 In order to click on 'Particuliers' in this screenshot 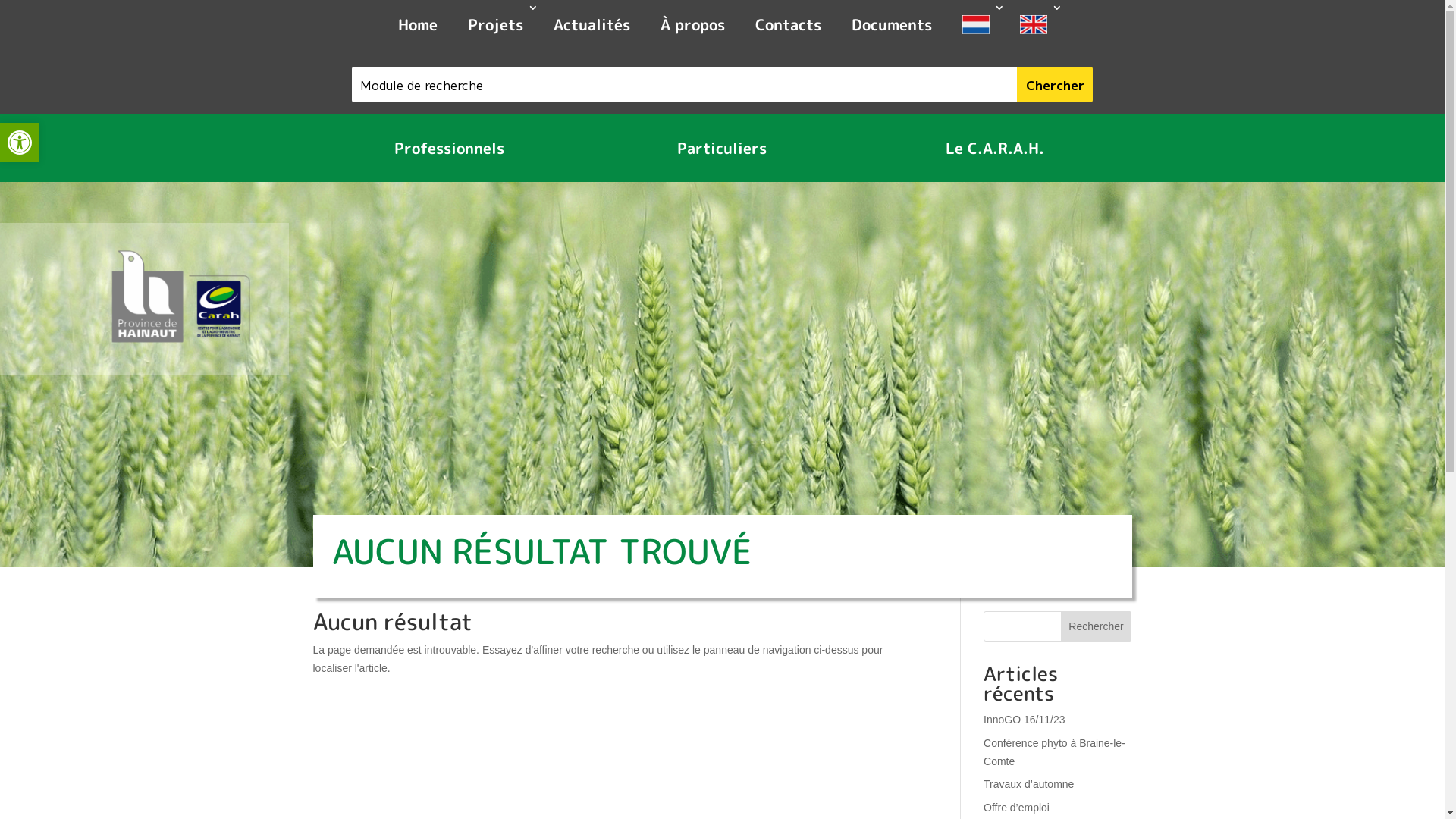, I will do `click(720, 148)`.